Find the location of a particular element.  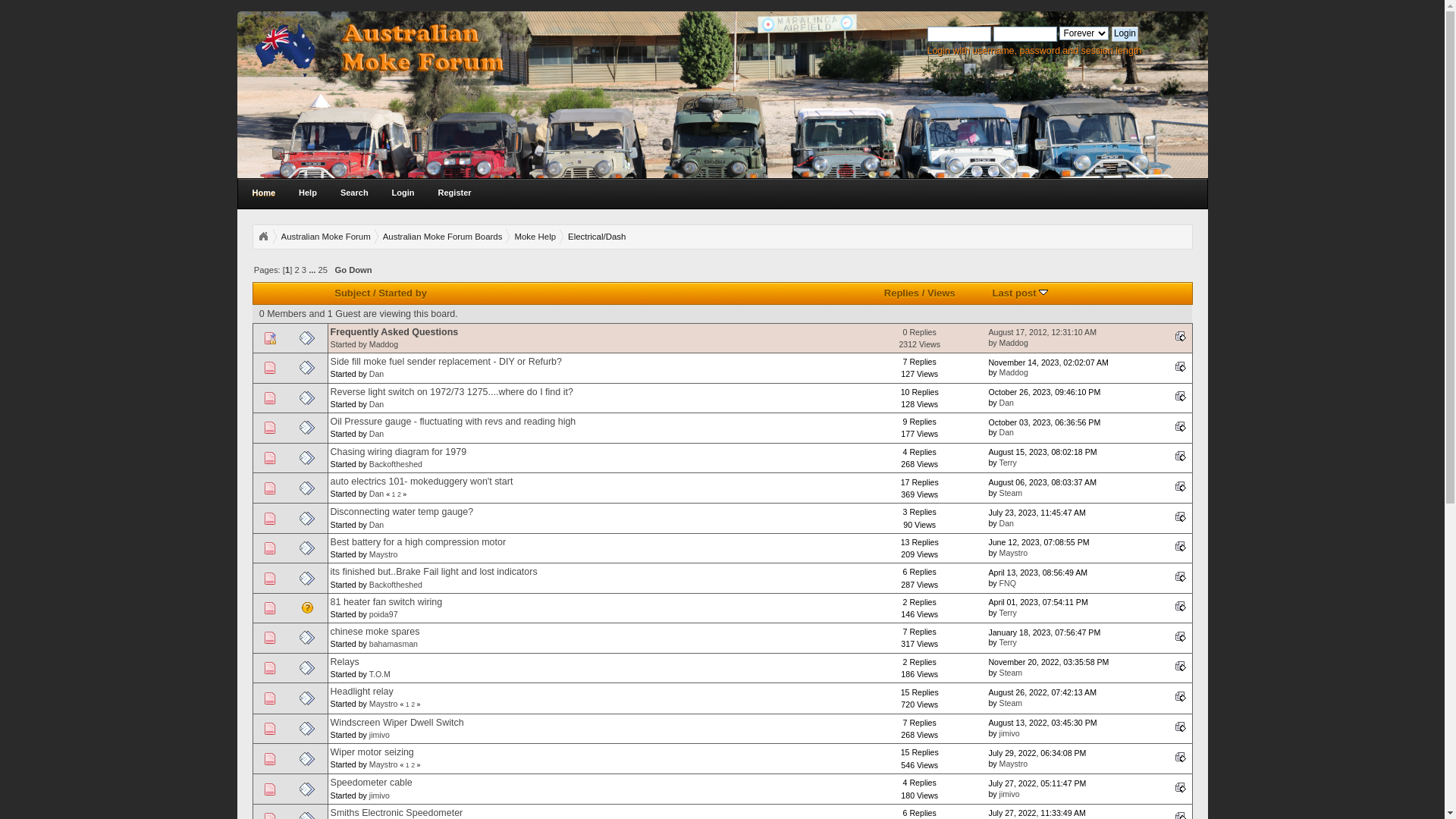

'Australian Moke Forum' is located at coordinates (324, 237).